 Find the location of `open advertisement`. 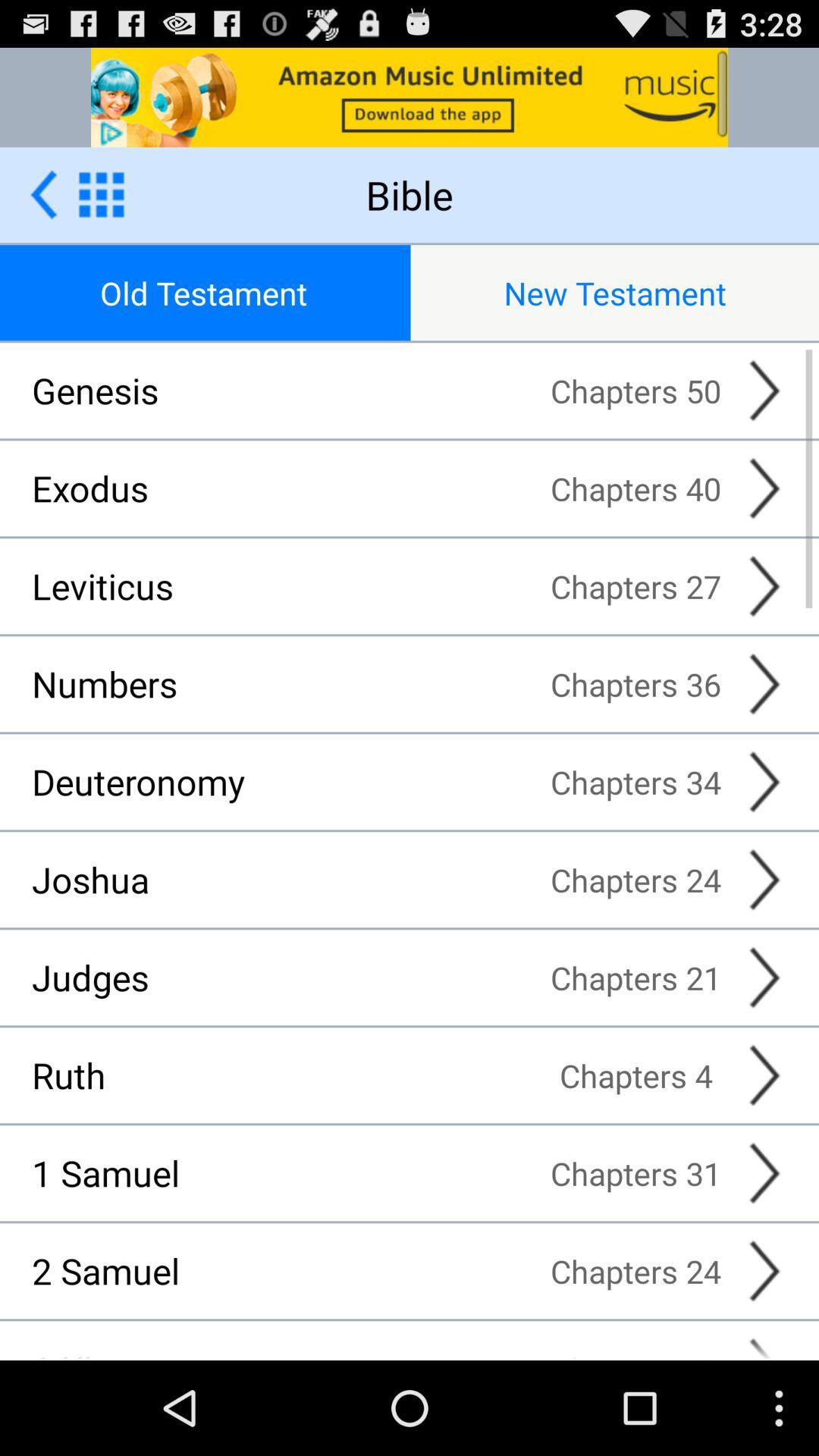

open advertisement is located at coordinates (409, 96).